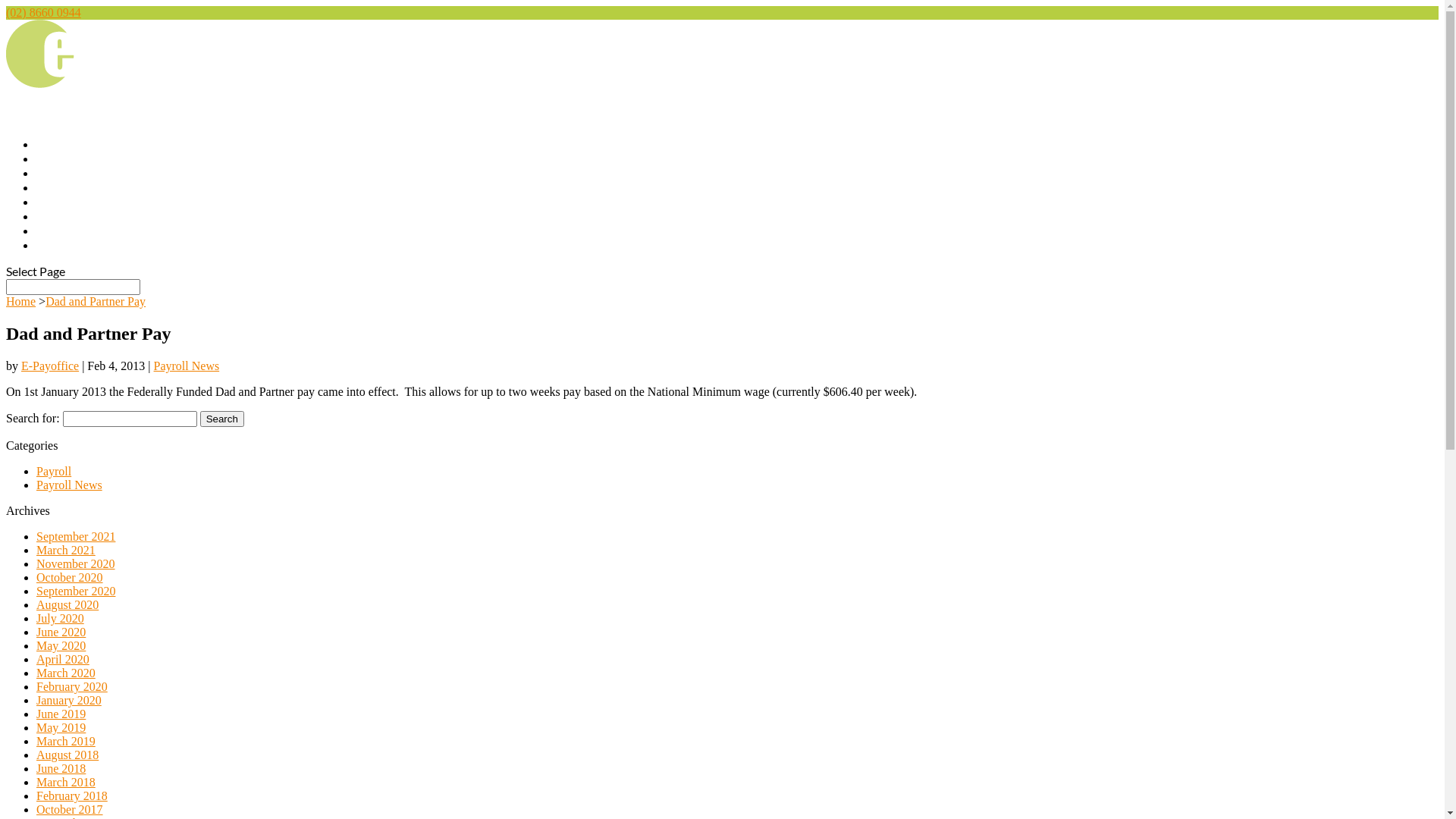  I want to click on 'June 2019', so click(61, 714).